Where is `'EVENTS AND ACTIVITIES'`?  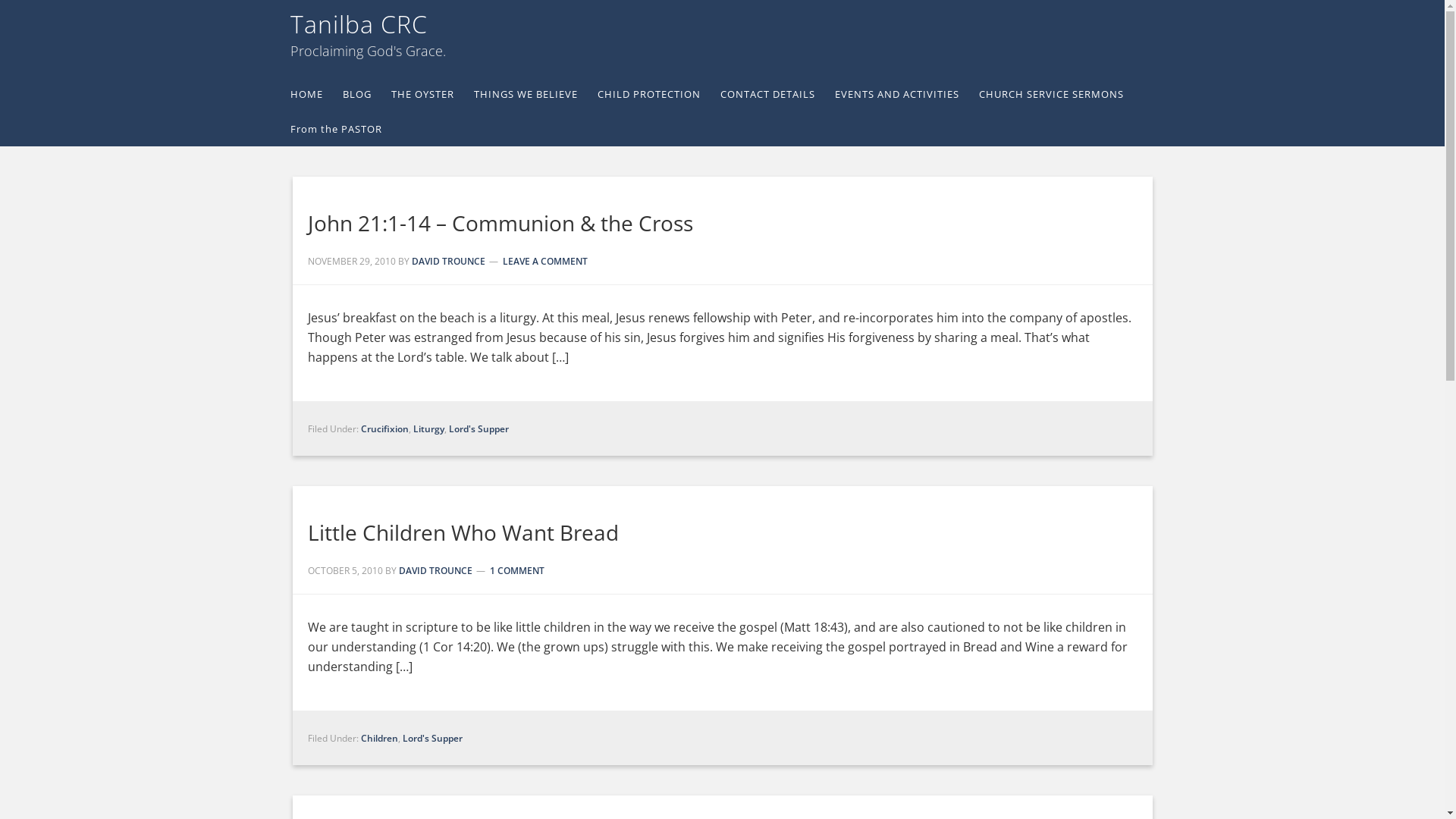 'EVENTS AND ACTIVITIES' is located at coordinates (906, 94).